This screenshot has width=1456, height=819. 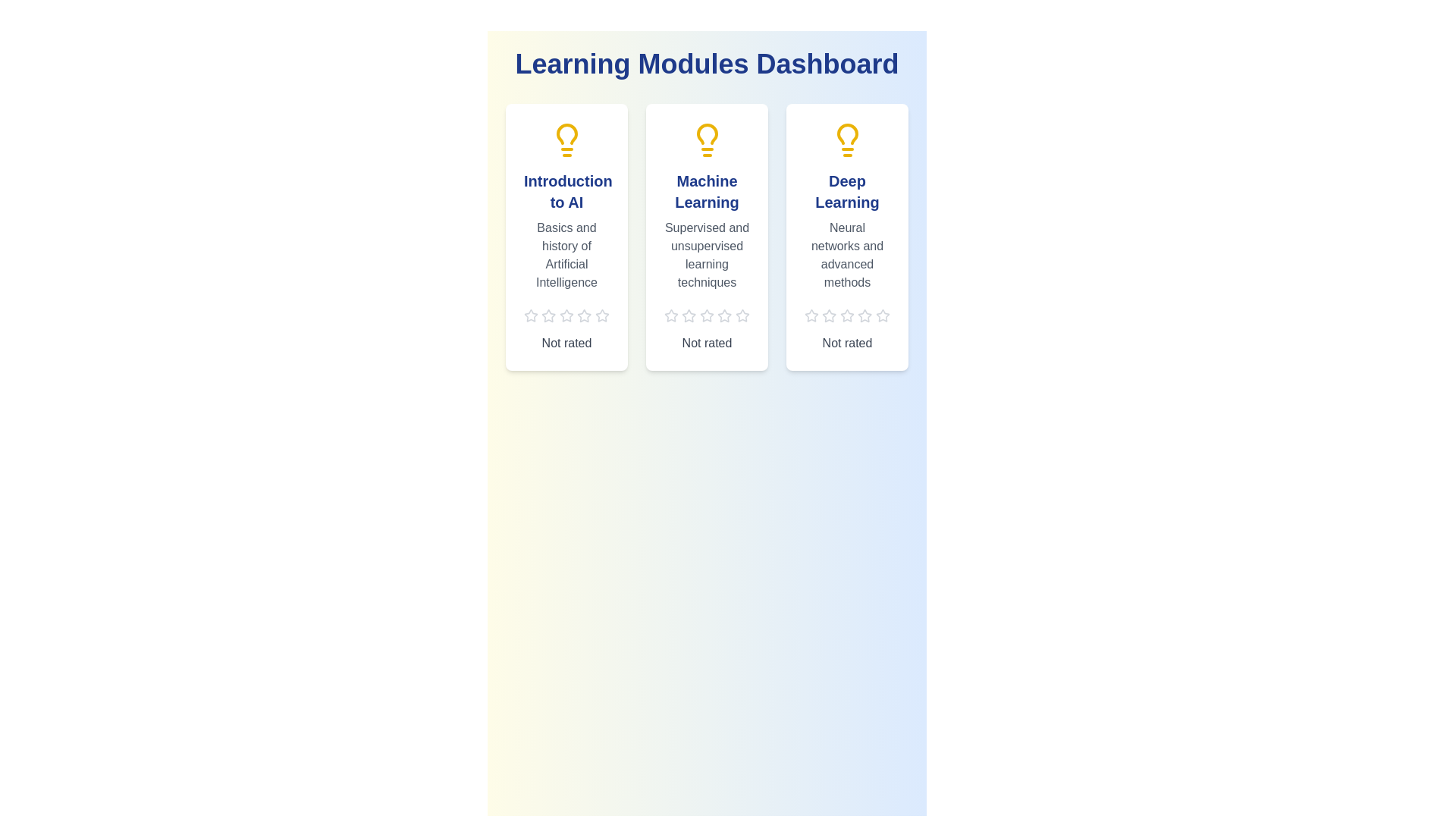 I want to click on the star corresponding to 1 stars to preview the rating, so click(x=531, y=315).